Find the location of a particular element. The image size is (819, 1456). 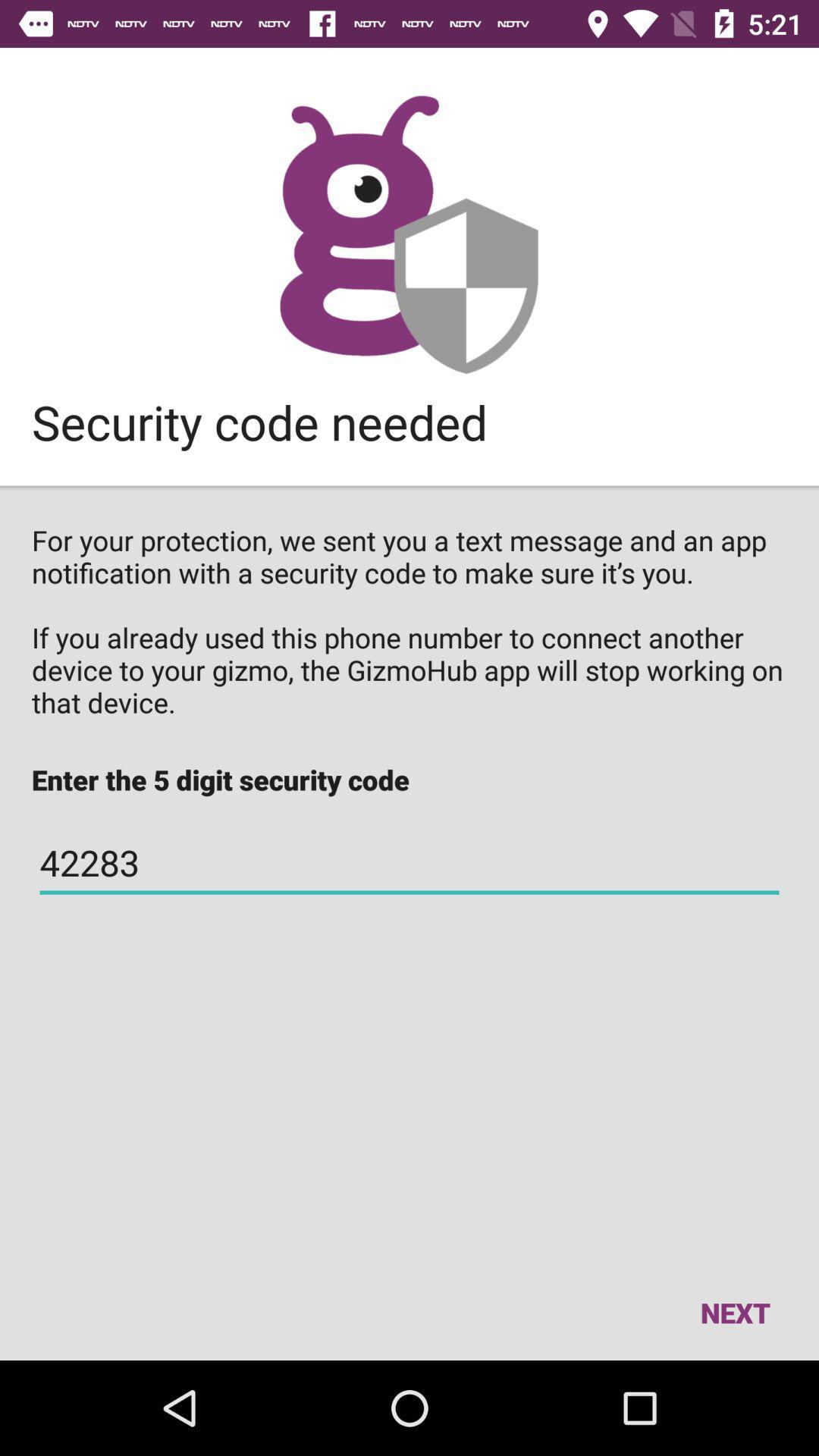

42283 item is located at coordinates (409, 863).